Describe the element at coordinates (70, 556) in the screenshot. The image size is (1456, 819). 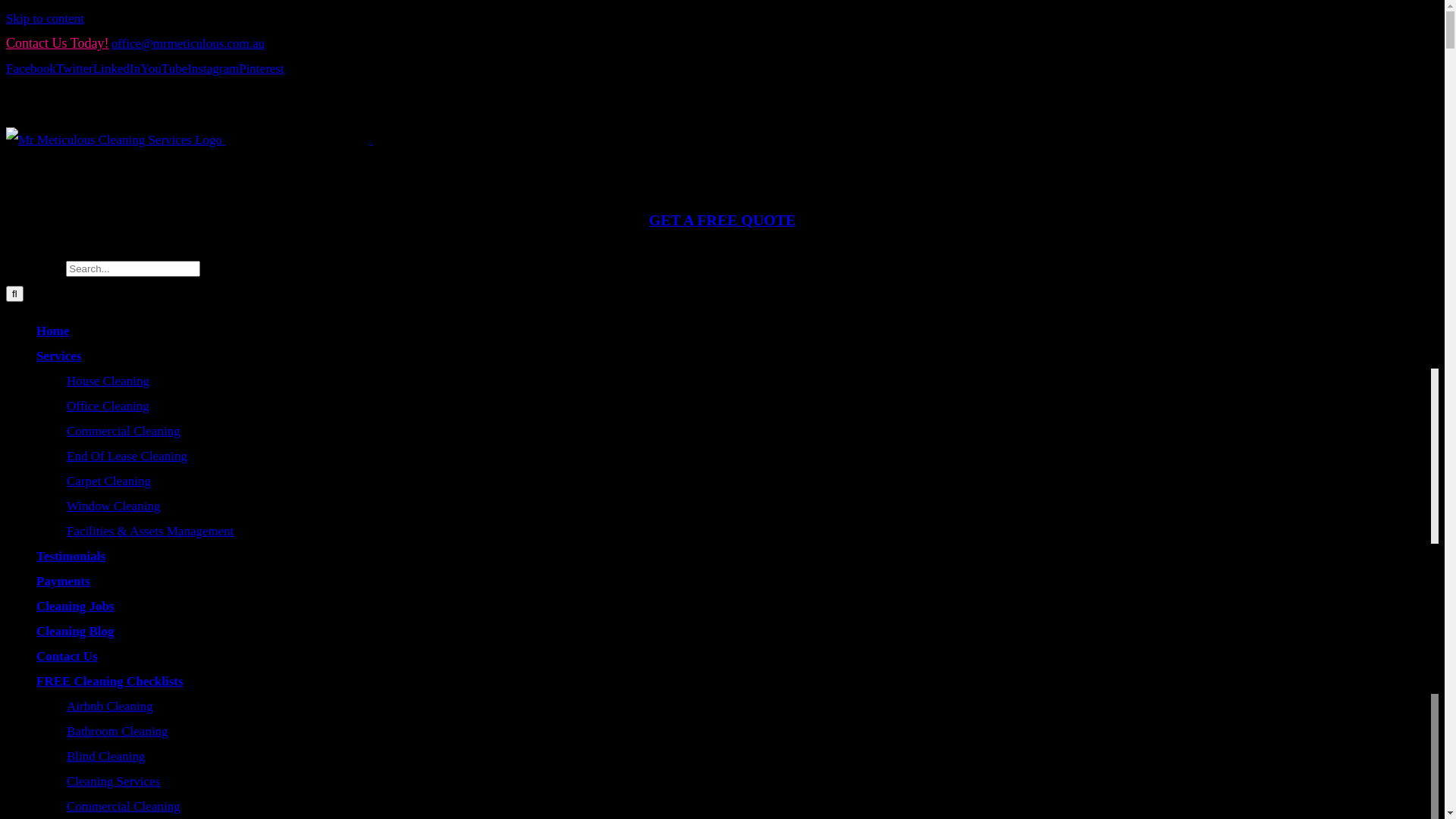
I see `'Testimonials'` at that location.